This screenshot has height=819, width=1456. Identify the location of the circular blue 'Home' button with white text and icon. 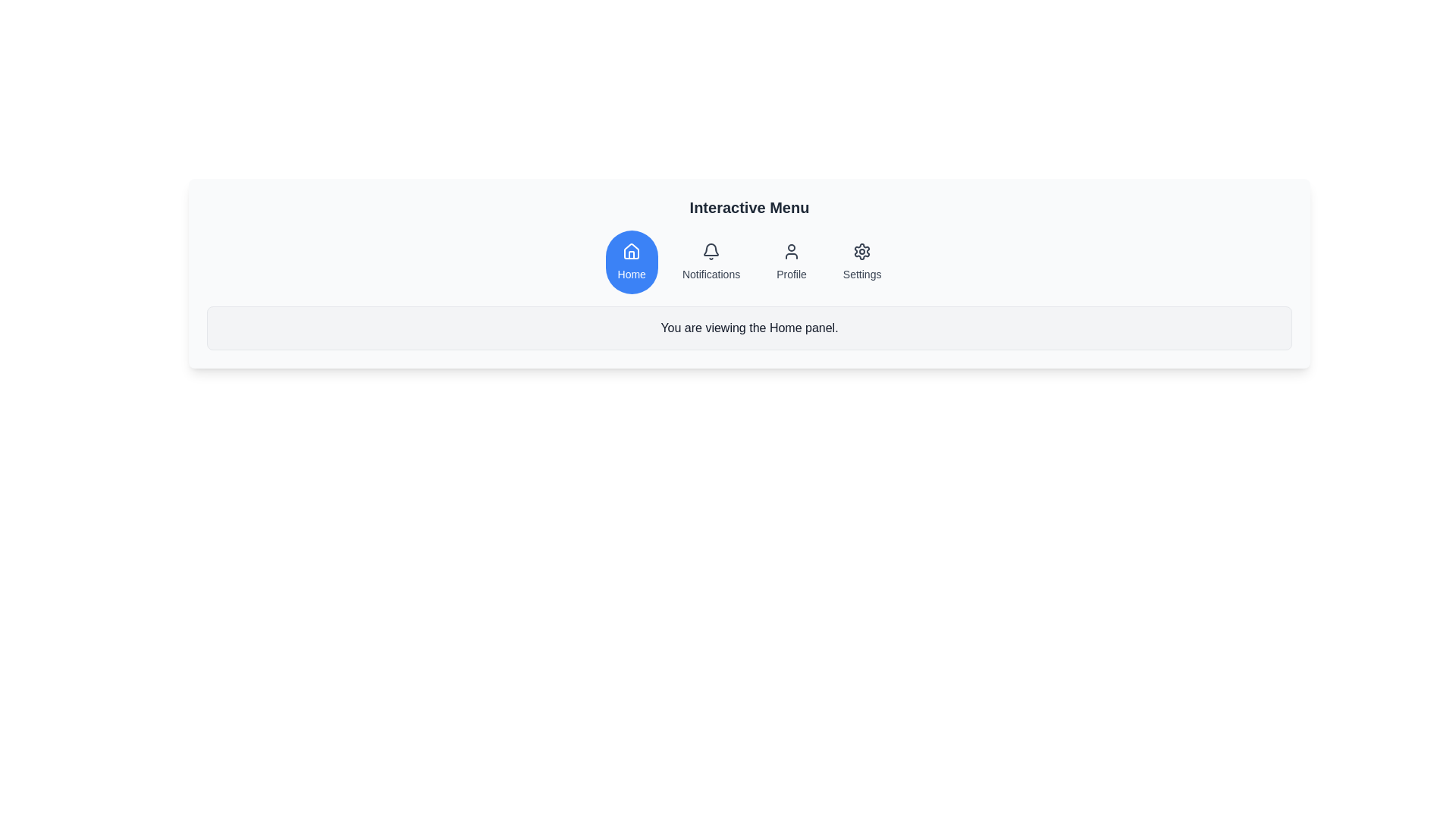
(632, 262).